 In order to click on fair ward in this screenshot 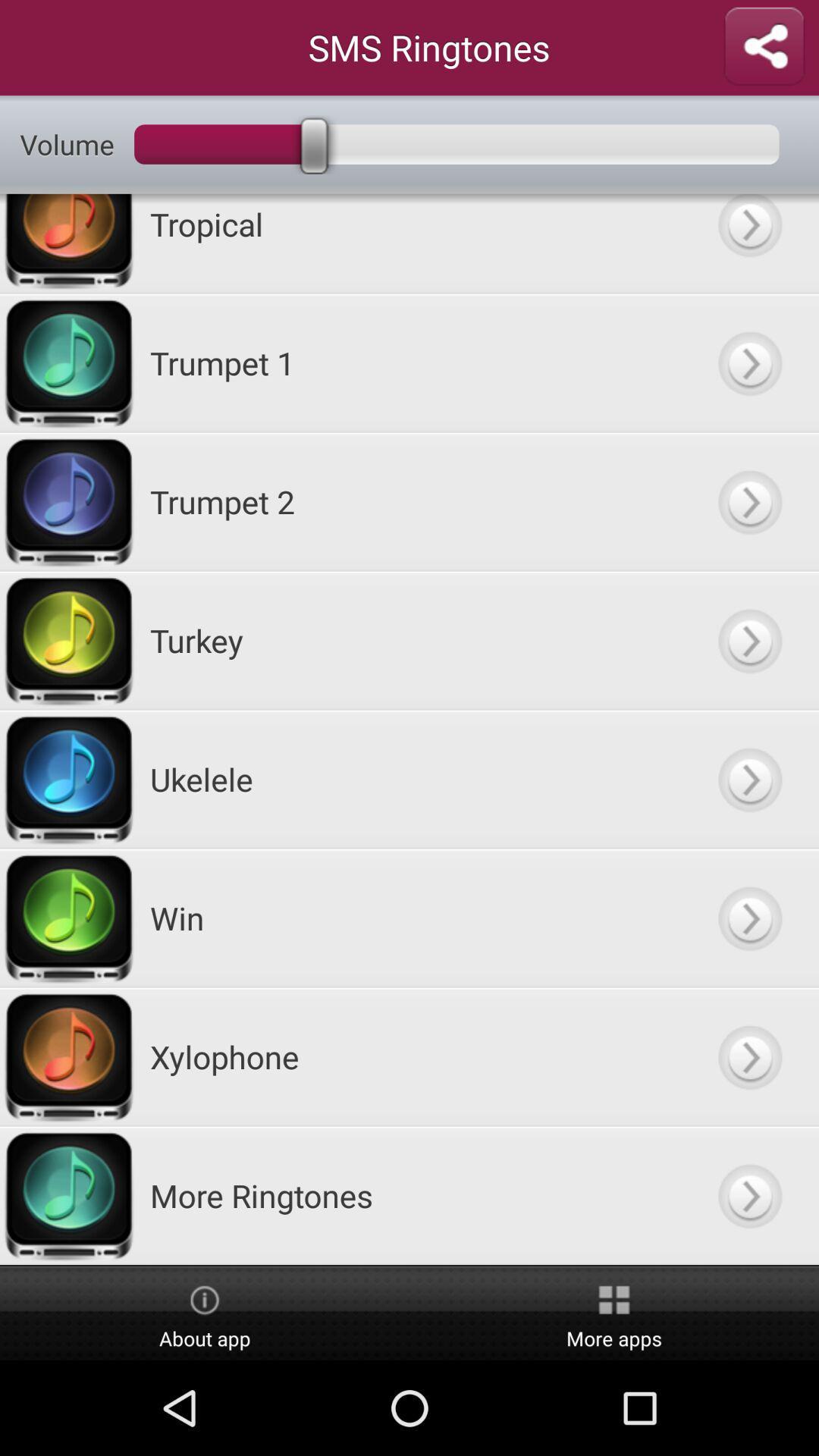, I will do `click(748, 243)`.